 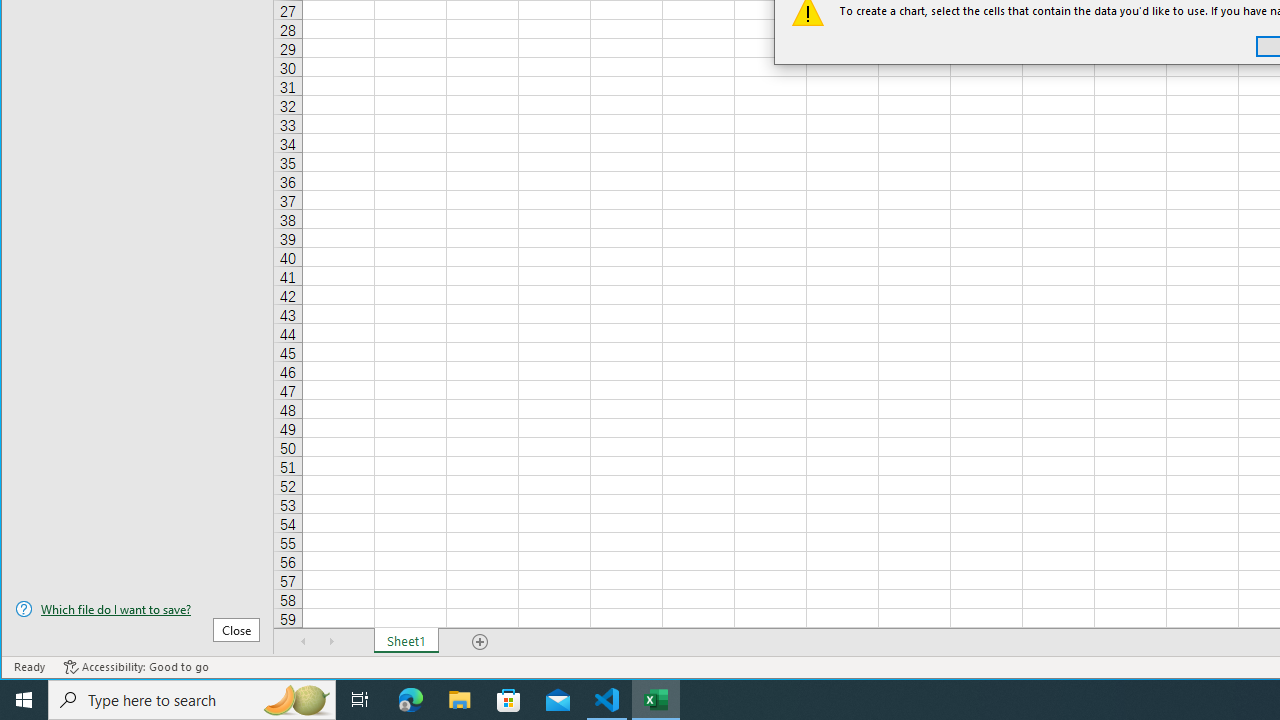 What do you see at coordinates (192, 698) in the screenshot?
I see `'Type here to search'` at bounding box center [192, 698].